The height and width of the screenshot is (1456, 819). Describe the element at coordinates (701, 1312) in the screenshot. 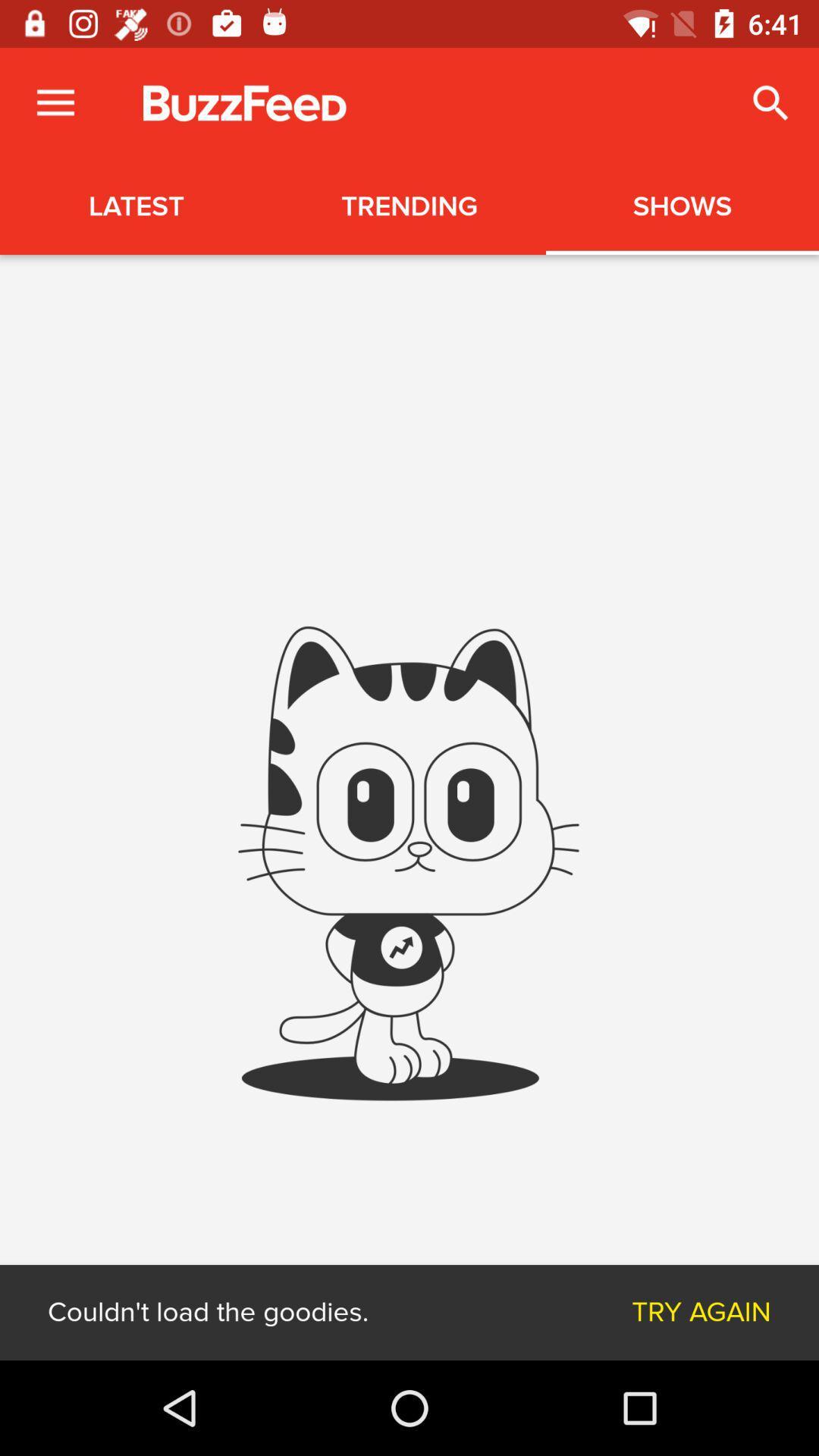

I see `the icon to the right of couldn t load icon` at that location.